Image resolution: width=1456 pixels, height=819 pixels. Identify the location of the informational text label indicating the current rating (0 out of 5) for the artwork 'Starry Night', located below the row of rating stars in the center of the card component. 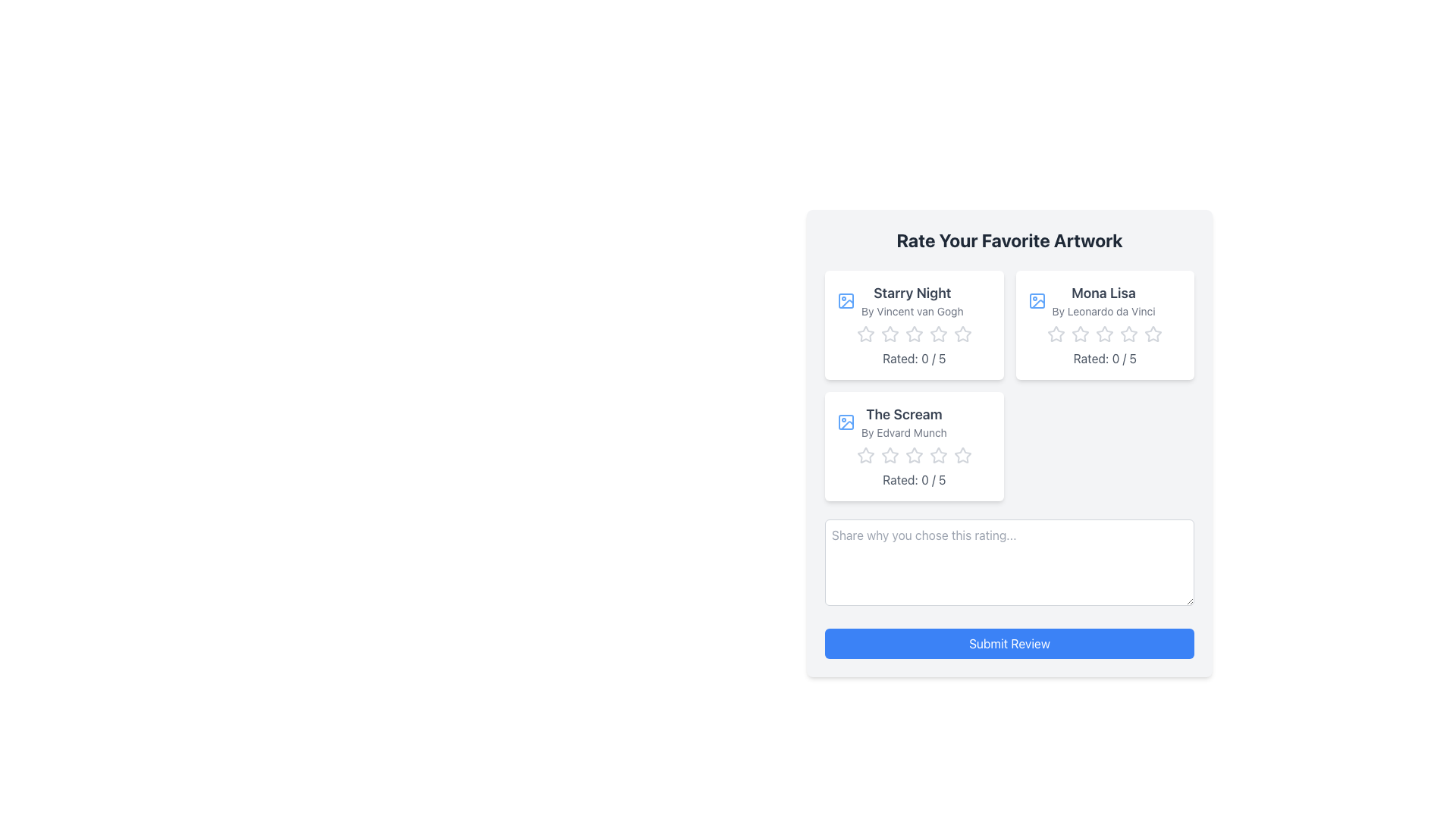
(913, 359).